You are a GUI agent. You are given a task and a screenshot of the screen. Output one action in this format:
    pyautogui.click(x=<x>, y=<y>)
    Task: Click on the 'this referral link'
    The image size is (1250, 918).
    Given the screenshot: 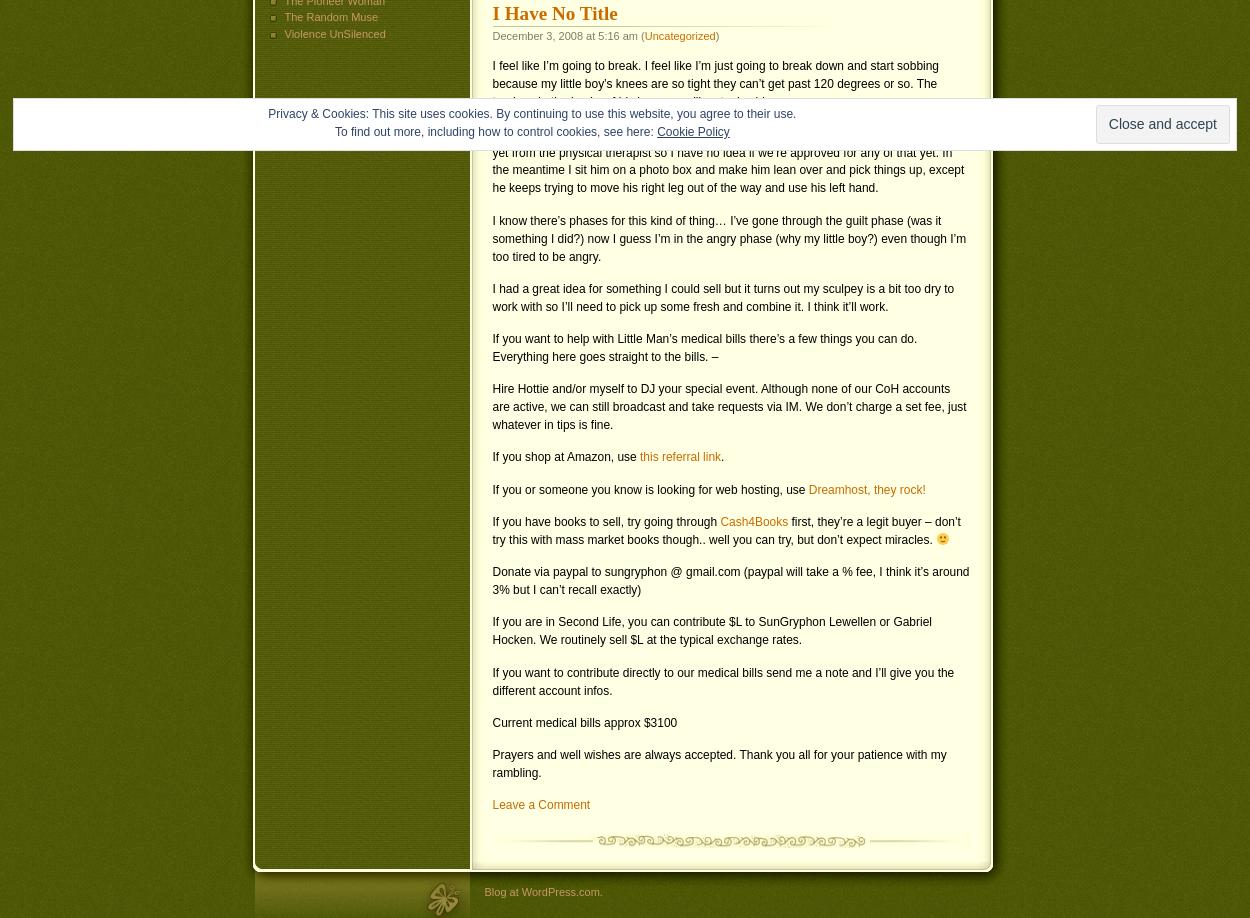 What is the action you would take?
    pyautogui.click(x=680, y=455)
    